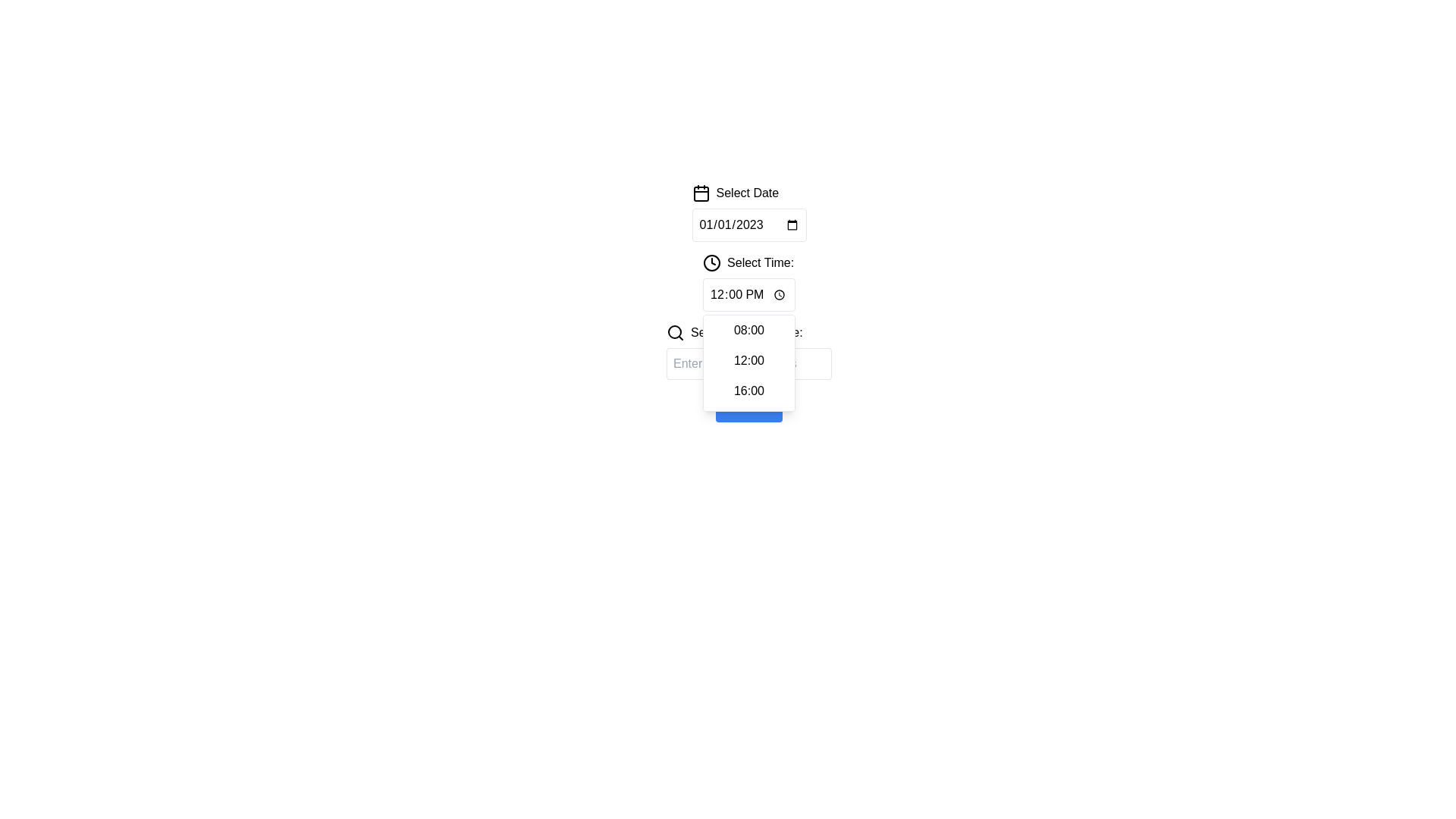 This screenshot has width=1456, height=819. I want to click on the Time selector input field located below the 'Select Date' field in the 'Select Time:' section, so click(749, 295).